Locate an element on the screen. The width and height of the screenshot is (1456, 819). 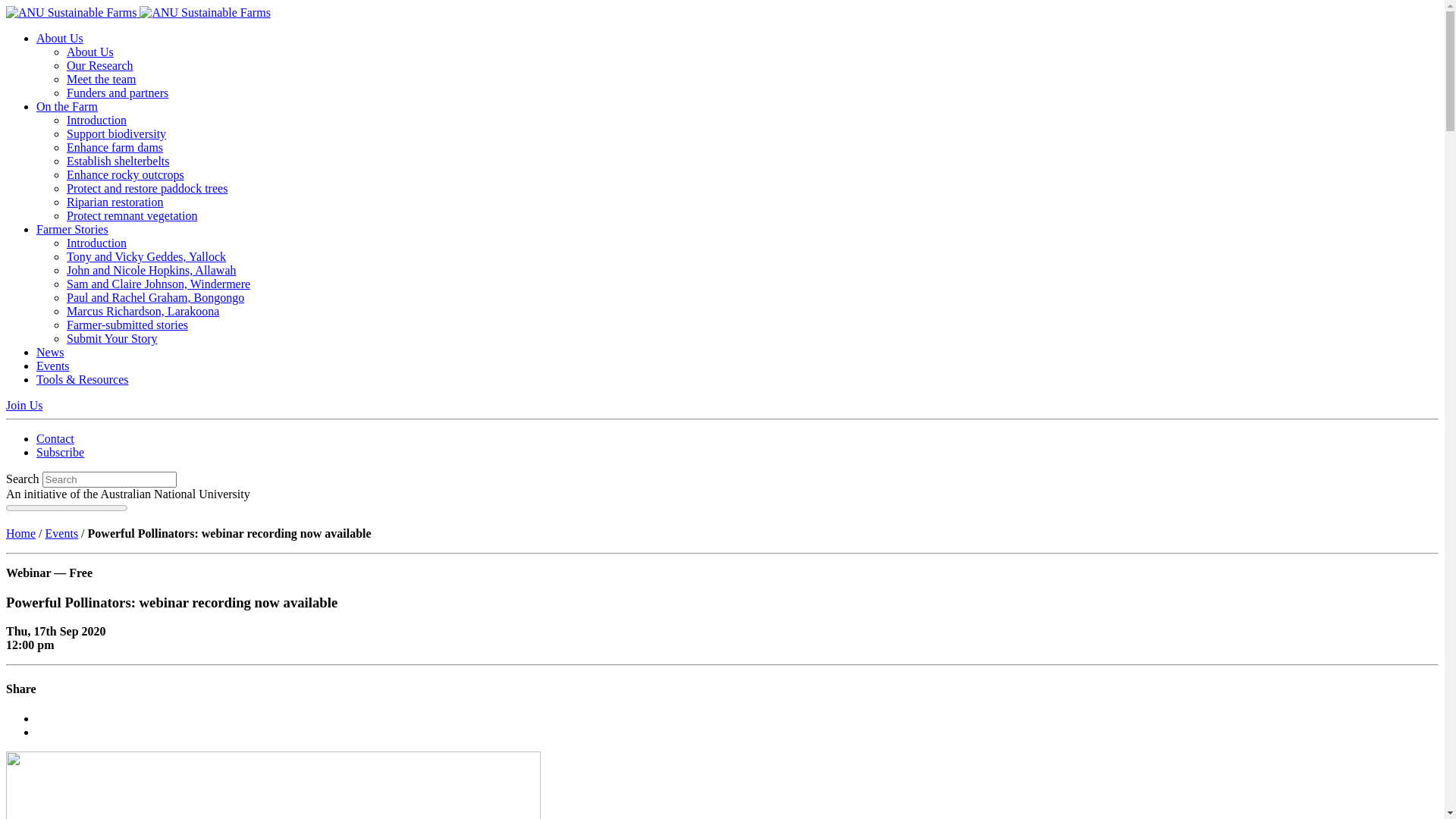
'News' is located at coordinates (50, 352).